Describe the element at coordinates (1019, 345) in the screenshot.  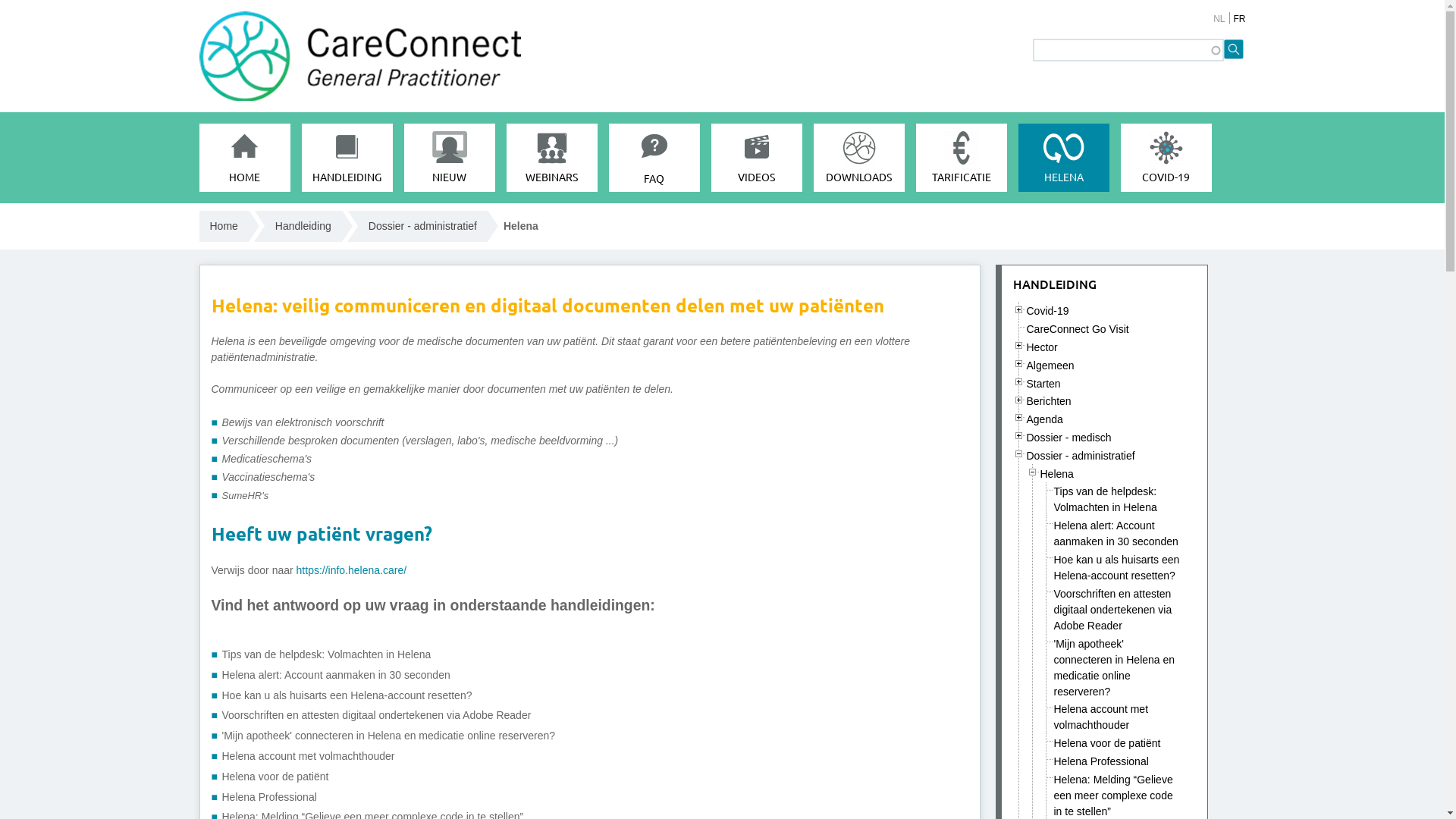
I see `' '` at that location.